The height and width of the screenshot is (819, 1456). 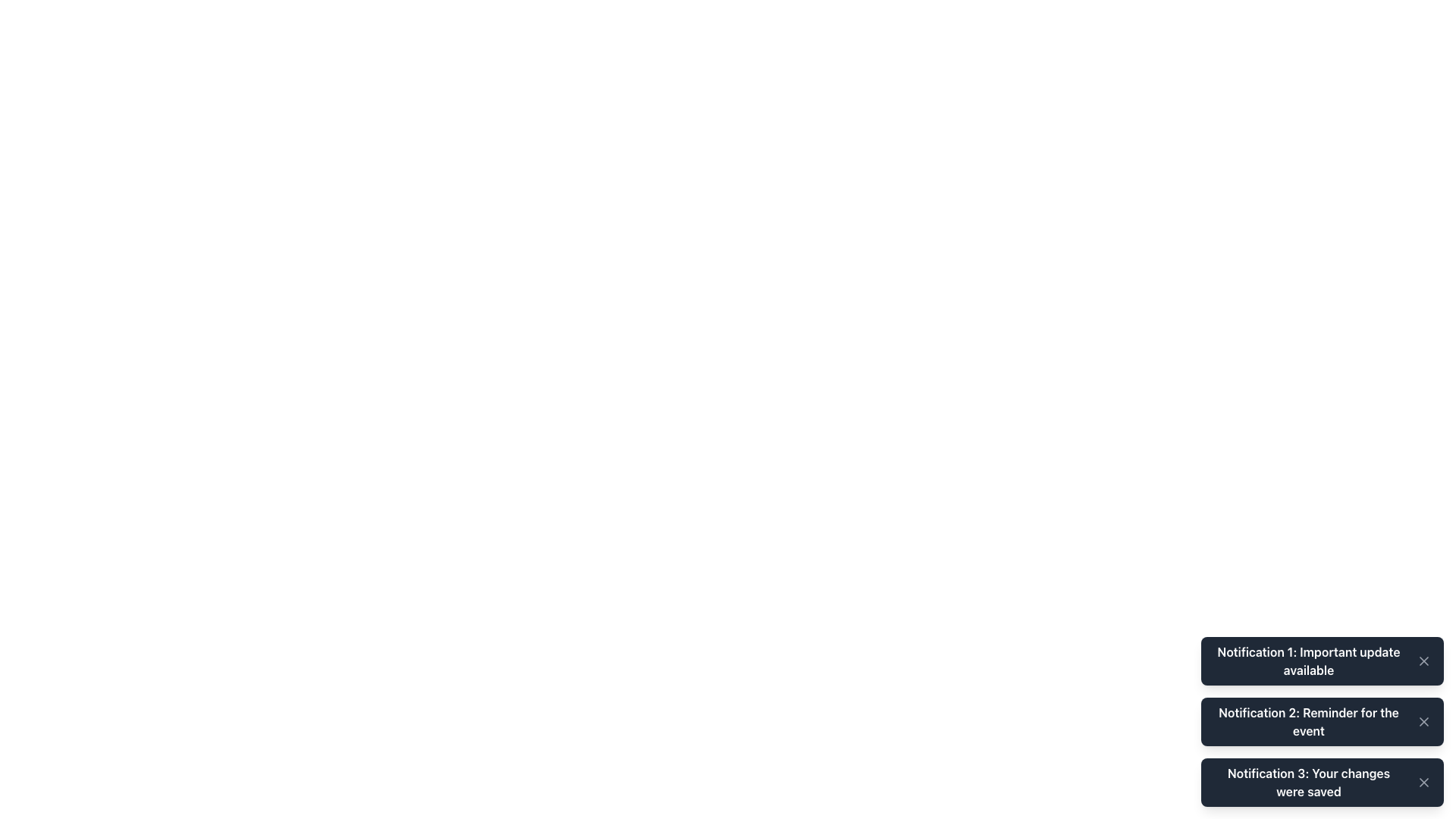 I want to click on the top notification text label that informs the user about the availability of an update within the dark-themed notification card, so click(x=1308, y=660).